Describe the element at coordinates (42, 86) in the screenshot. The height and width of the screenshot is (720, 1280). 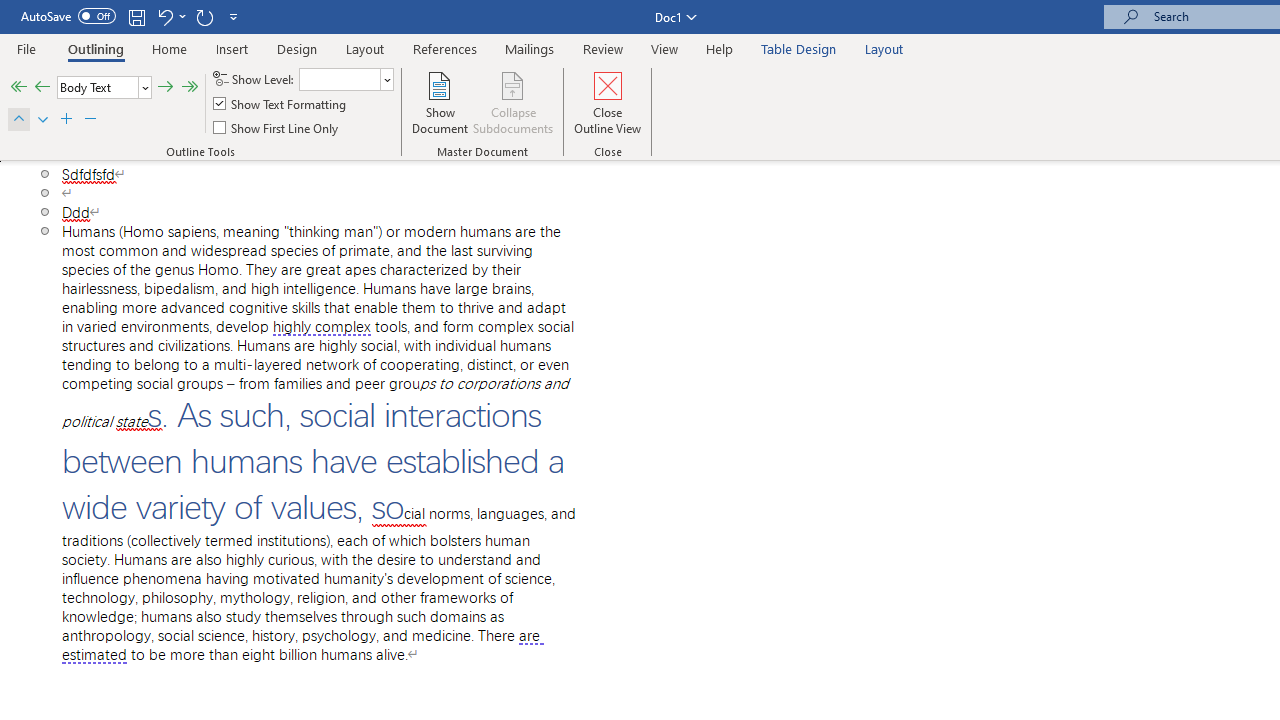
I see `'Promote'` at that location.